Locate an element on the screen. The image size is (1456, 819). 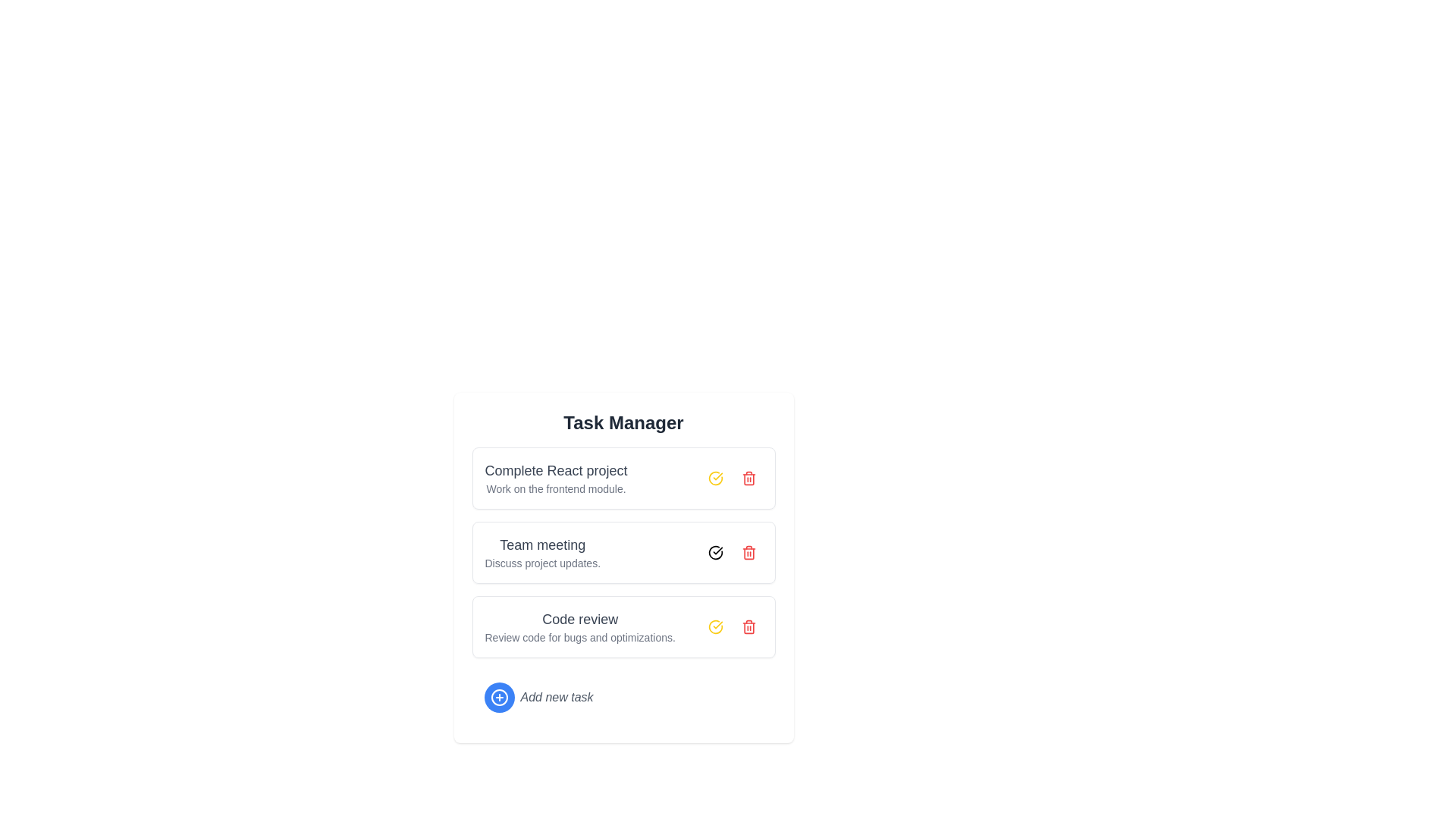
the Circular Button Icon located at the bottom section of the task manager interface to create a new task is located at coordinates (499, 698).